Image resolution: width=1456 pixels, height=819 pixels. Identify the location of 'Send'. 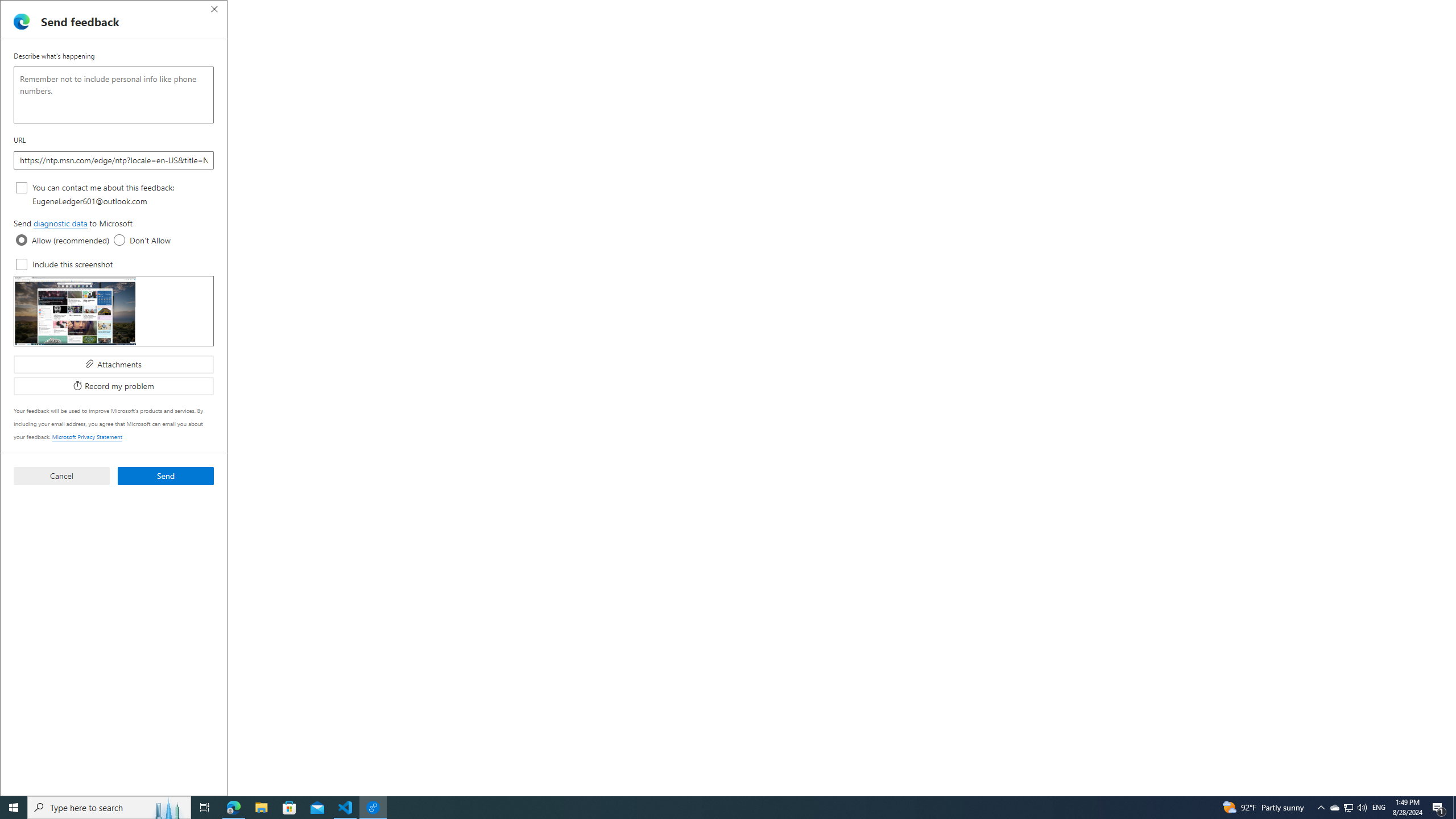
(165, 474).